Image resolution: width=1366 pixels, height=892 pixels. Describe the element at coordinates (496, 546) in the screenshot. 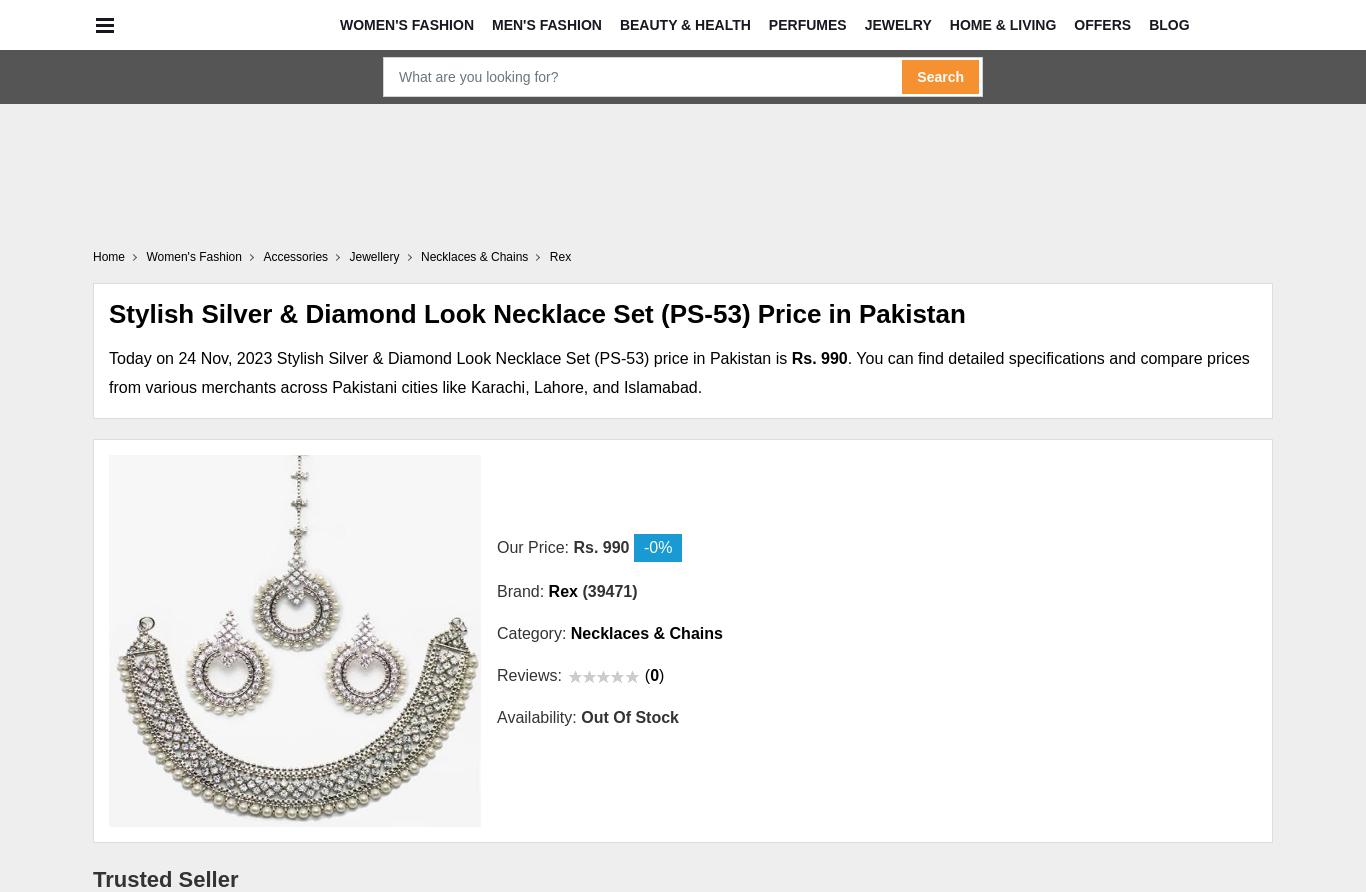

I see `'Our Price:'` at that location.